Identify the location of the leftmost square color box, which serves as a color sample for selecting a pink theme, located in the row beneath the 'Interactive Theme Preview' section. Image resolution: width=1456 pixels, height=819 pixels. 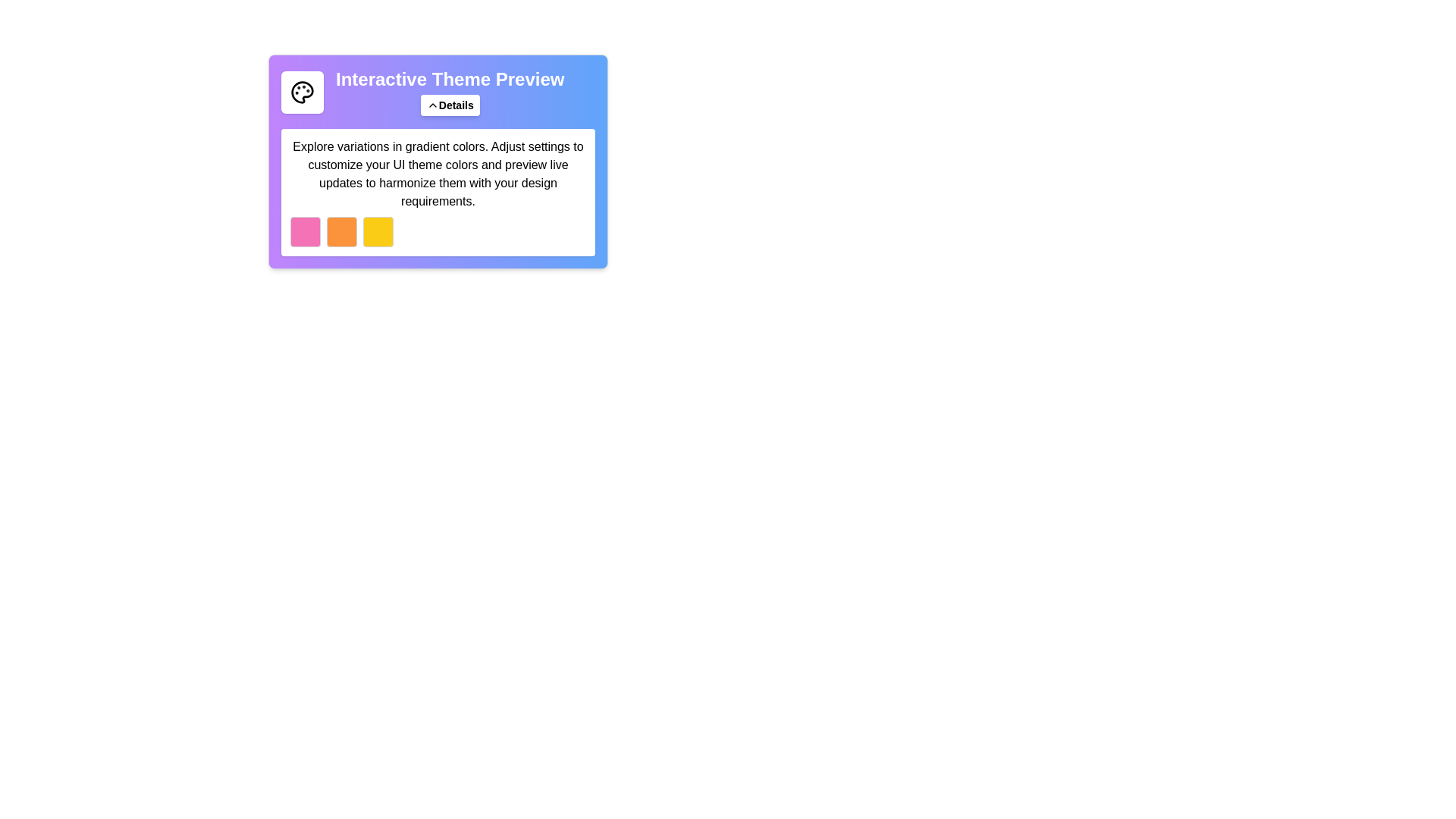
(305, 231).